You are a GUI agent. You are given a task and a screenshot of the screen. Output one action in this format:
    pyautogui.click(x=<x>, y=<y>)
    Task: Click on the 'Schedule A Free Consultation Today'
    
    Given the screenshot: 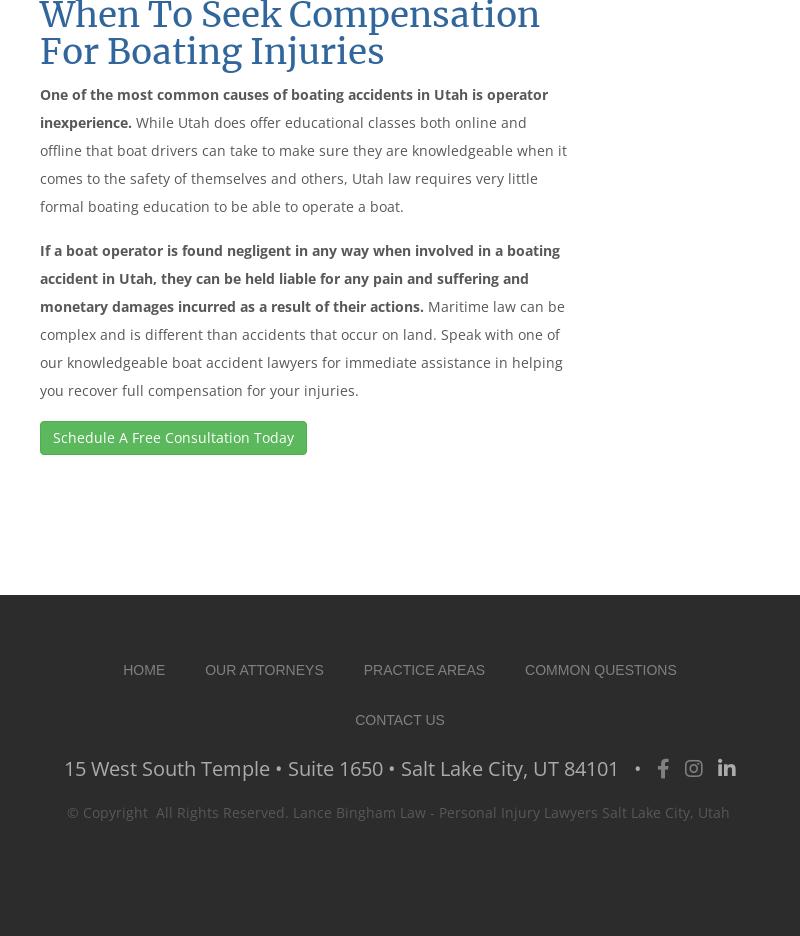 What is the action you would take?
    pyautogui.click(x=172, y=436)
    